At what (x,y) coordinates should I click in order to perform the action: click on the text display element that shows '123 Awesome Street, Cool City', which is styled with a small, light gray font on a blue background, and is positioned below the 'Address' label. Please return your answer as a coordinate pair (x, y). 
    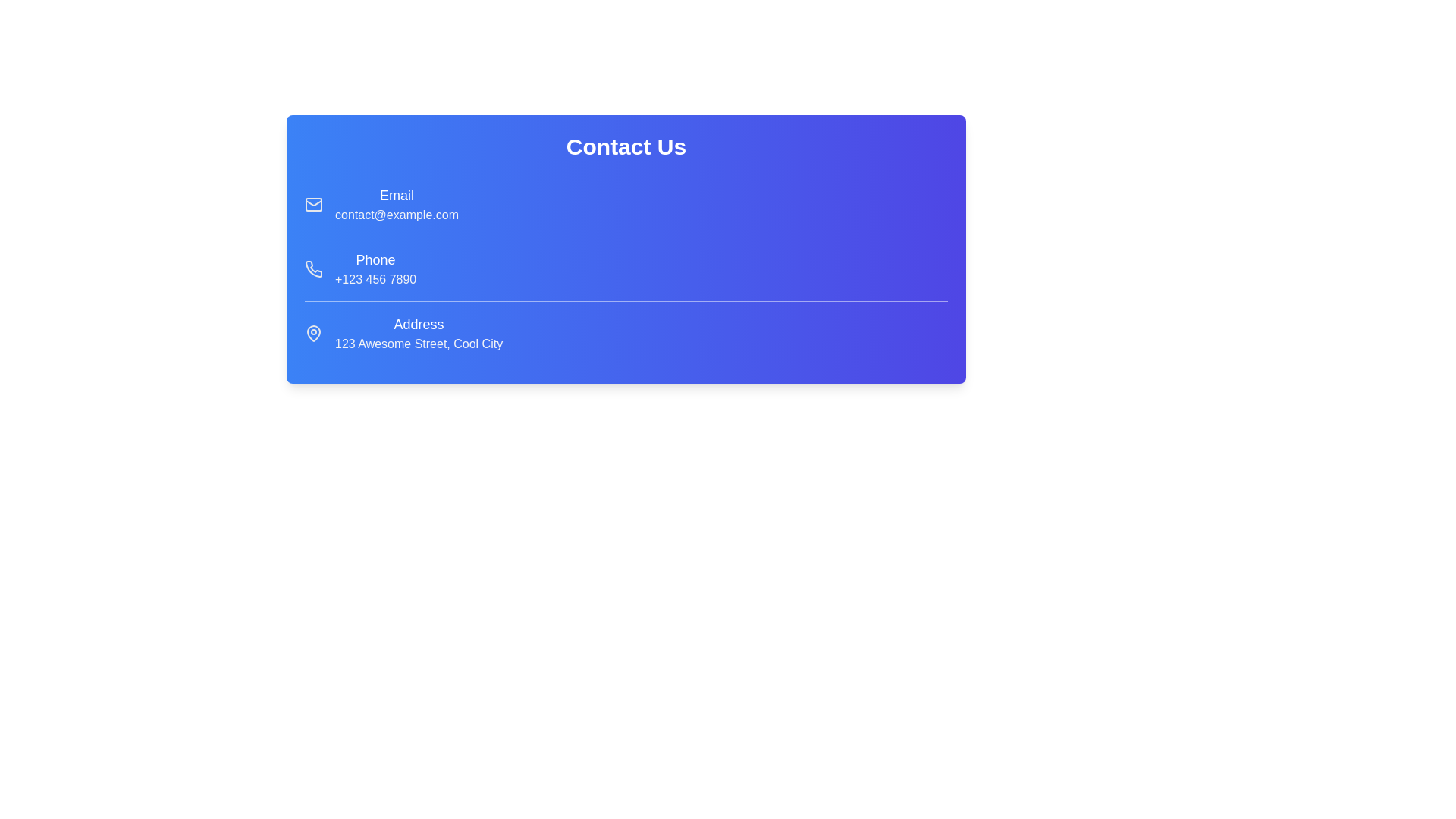
    Looking at the image, I should click on (419, 344).